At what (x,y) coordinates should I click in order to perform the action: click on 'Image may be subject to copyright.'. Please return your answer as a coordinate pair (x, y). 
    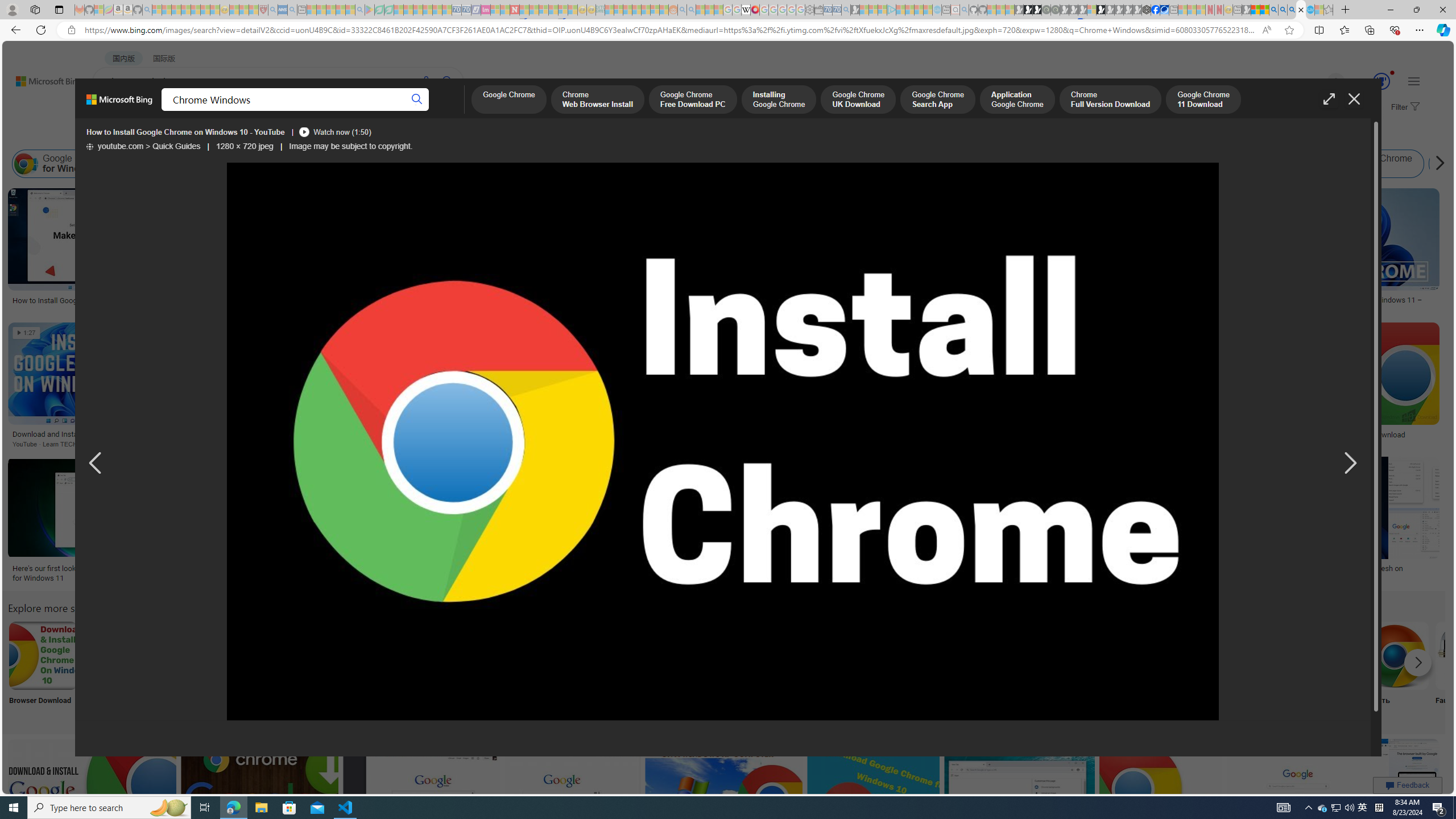
    Looking at the image, I should click on (350, 146).